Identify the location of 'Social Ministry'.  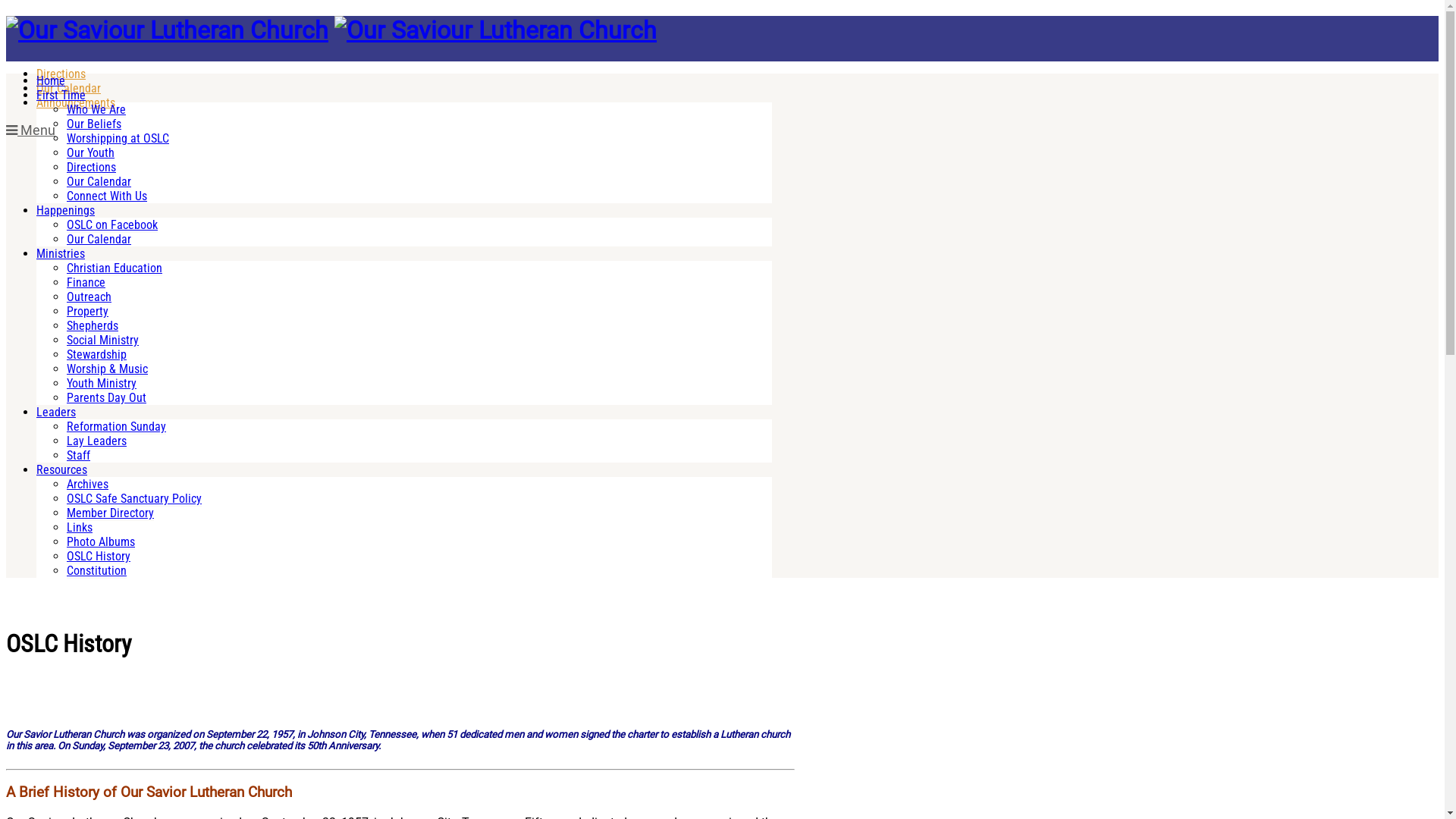
(102, 339).